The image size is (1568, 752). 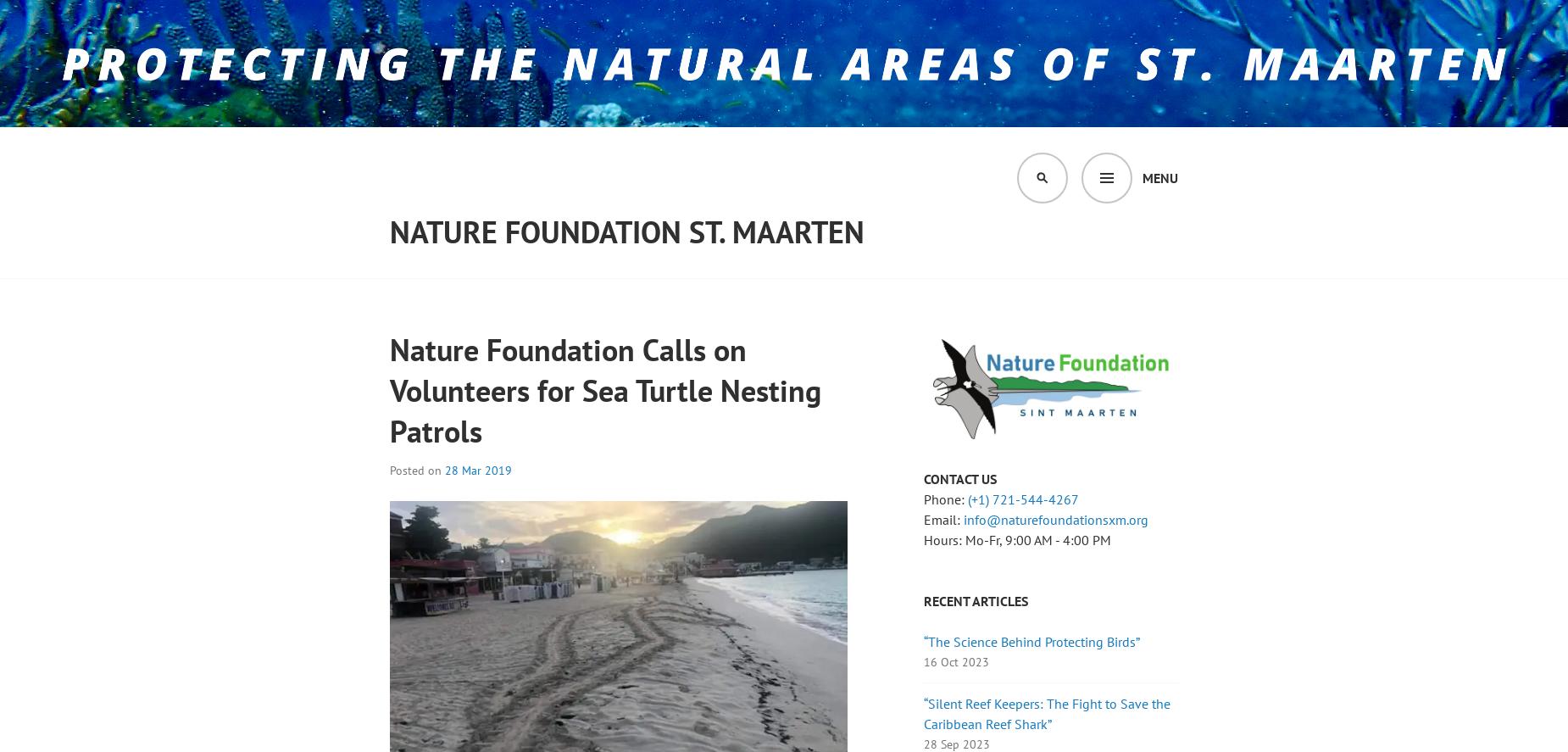 I want to click on 'Hours: Mo-Fr, 9:00 AM - 4:00 PM', so click(x=923, y=540).